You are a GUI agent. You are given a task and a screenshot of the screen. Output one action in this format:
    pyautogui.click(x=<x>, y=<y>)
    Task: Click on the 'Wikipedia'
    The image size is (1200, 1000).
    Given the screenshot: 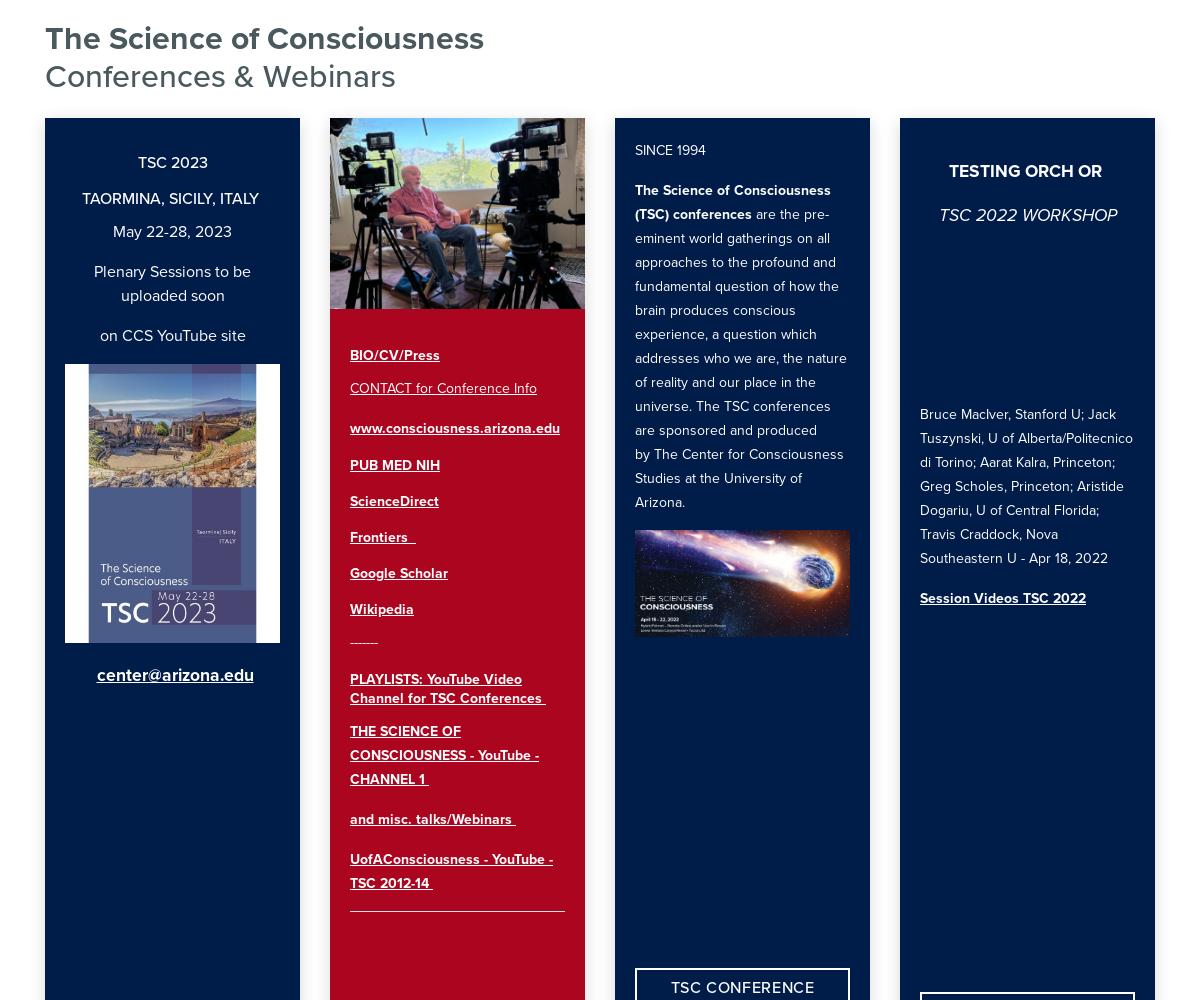 What is the action you would take?
    pyautogui.click(x=381, y=607)
    